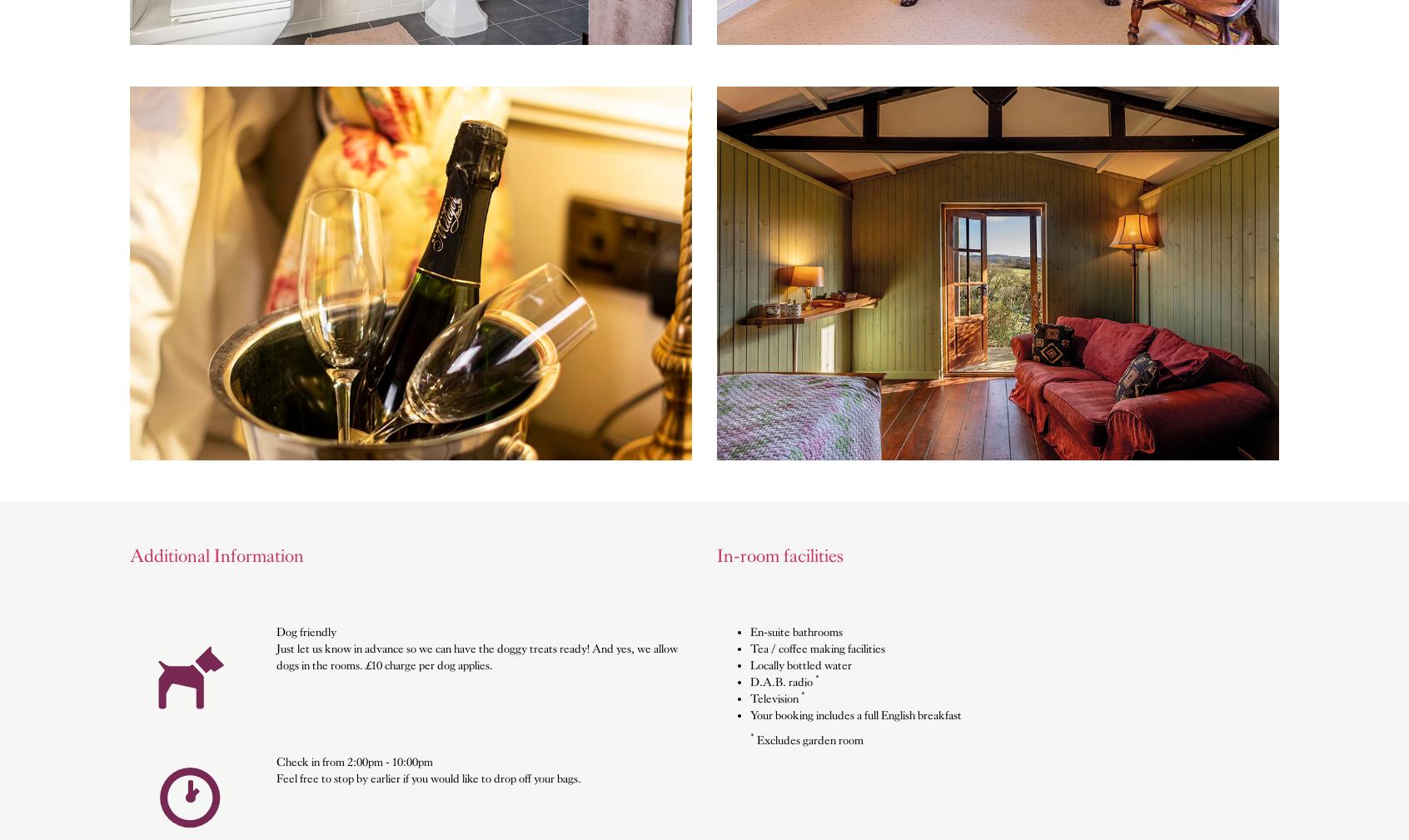 The height and width of the screenshot is (840, 1409). Describe the element at coordinates (808, 739) in the screenshot. I see `'Excludes garden room'` at that location.